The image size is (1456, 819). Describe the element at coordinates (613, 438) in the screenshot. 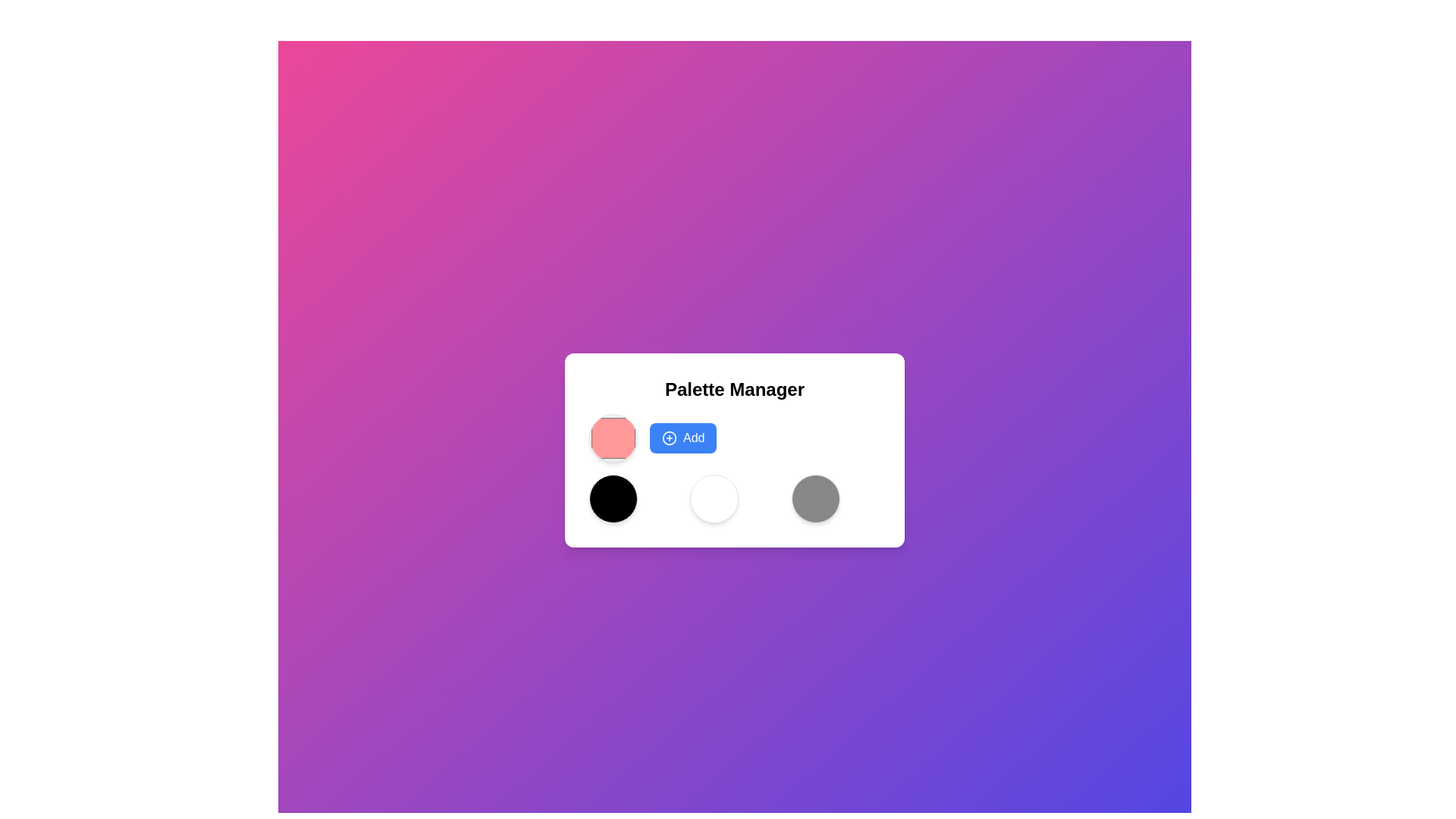

I see `the circular soft pink button with a thin gray border located at the far left of the horizontal grouping inside the 'Palette Manager' card` at that location.